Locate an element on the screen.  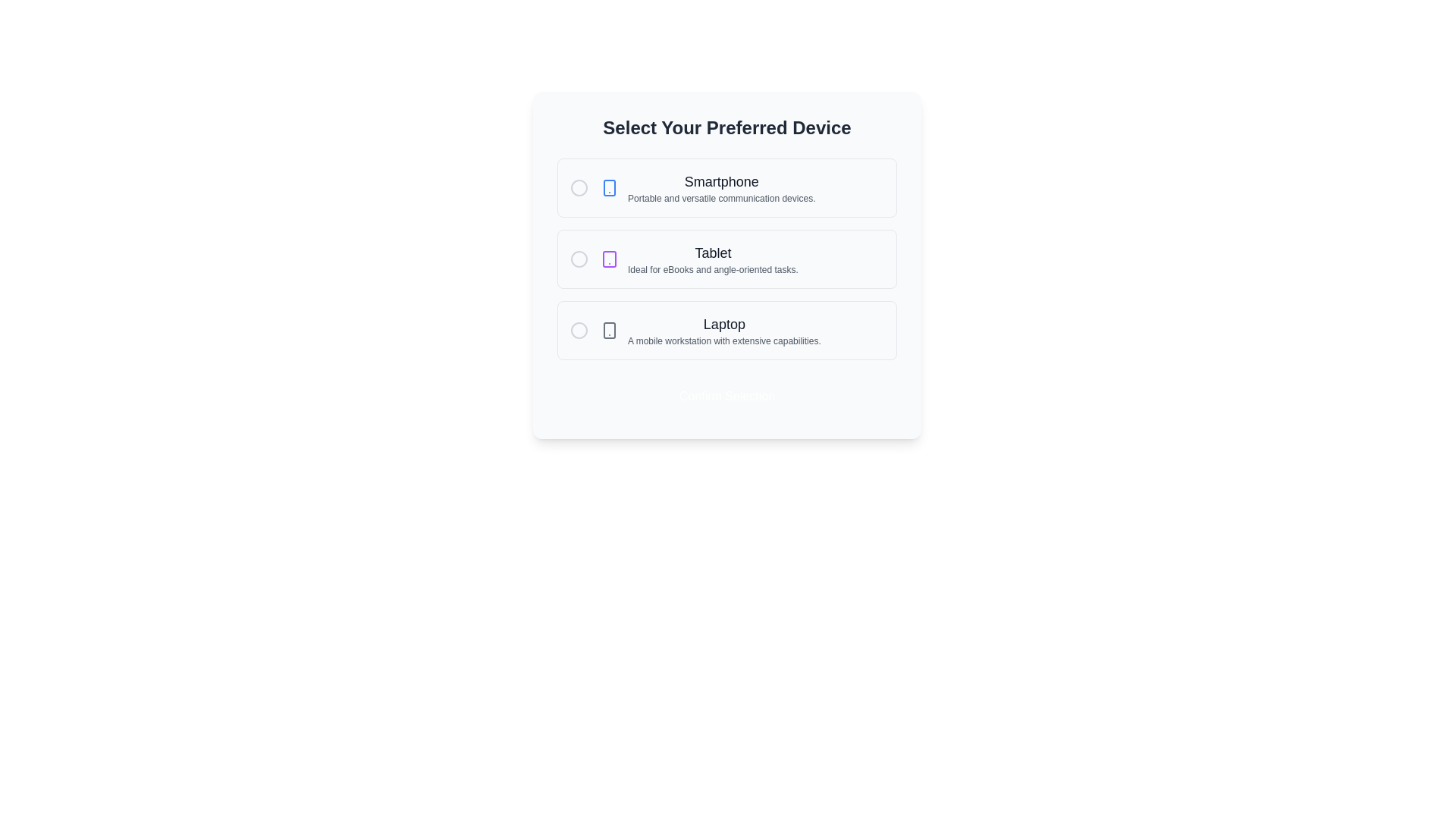
the circular radio button with a gray outline located beside the label 'Tablet' in the second option of the vertical list of selectable devices is located at coordinates (578, 259).